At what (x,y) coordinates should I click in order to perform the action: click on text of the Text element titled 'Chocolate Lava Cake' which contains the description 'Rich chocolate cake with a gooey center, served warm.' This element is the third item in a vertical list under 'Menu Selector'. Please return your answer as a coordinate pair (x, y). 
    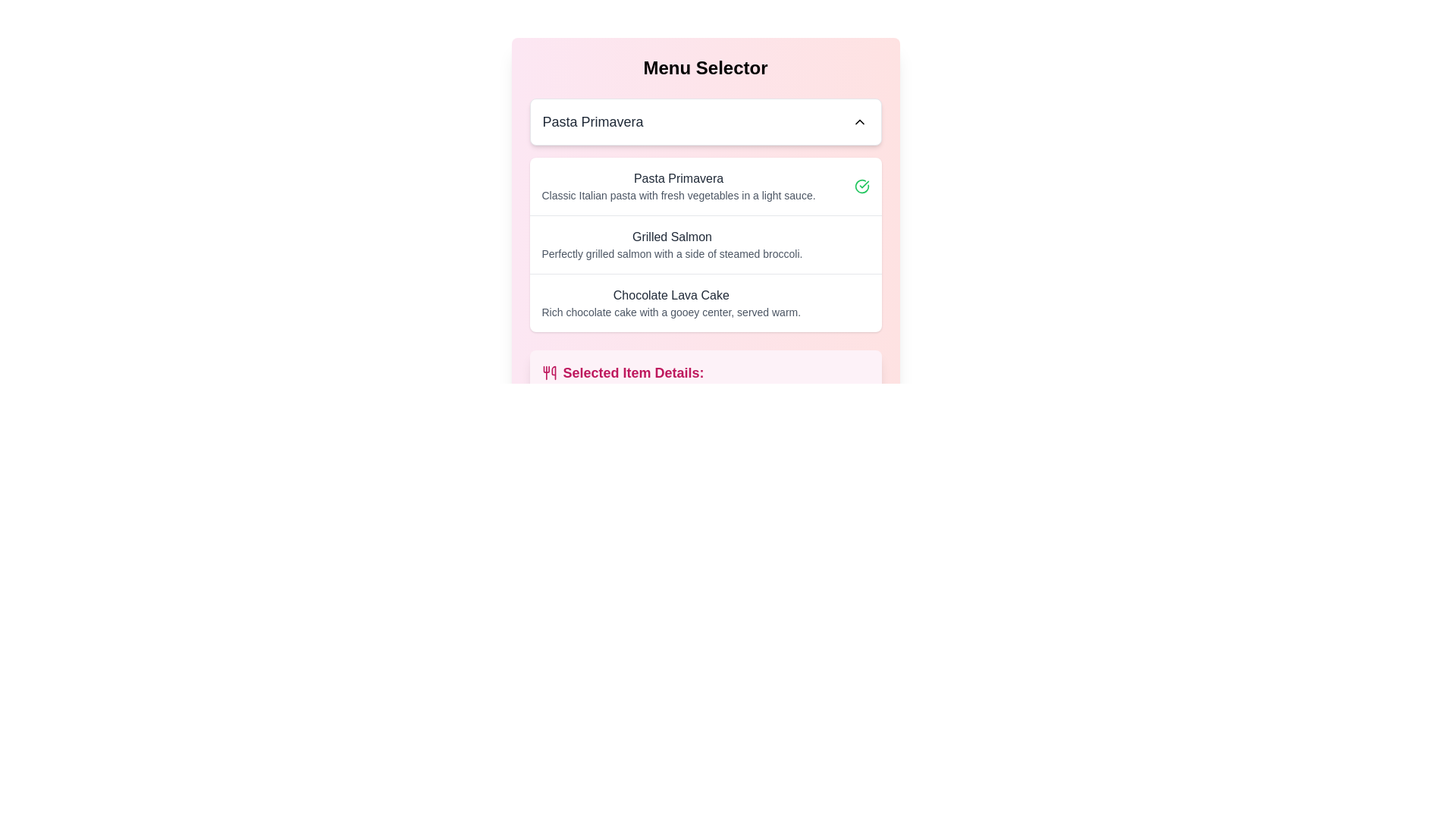
    Looking at the image, I should click on (670, 303).